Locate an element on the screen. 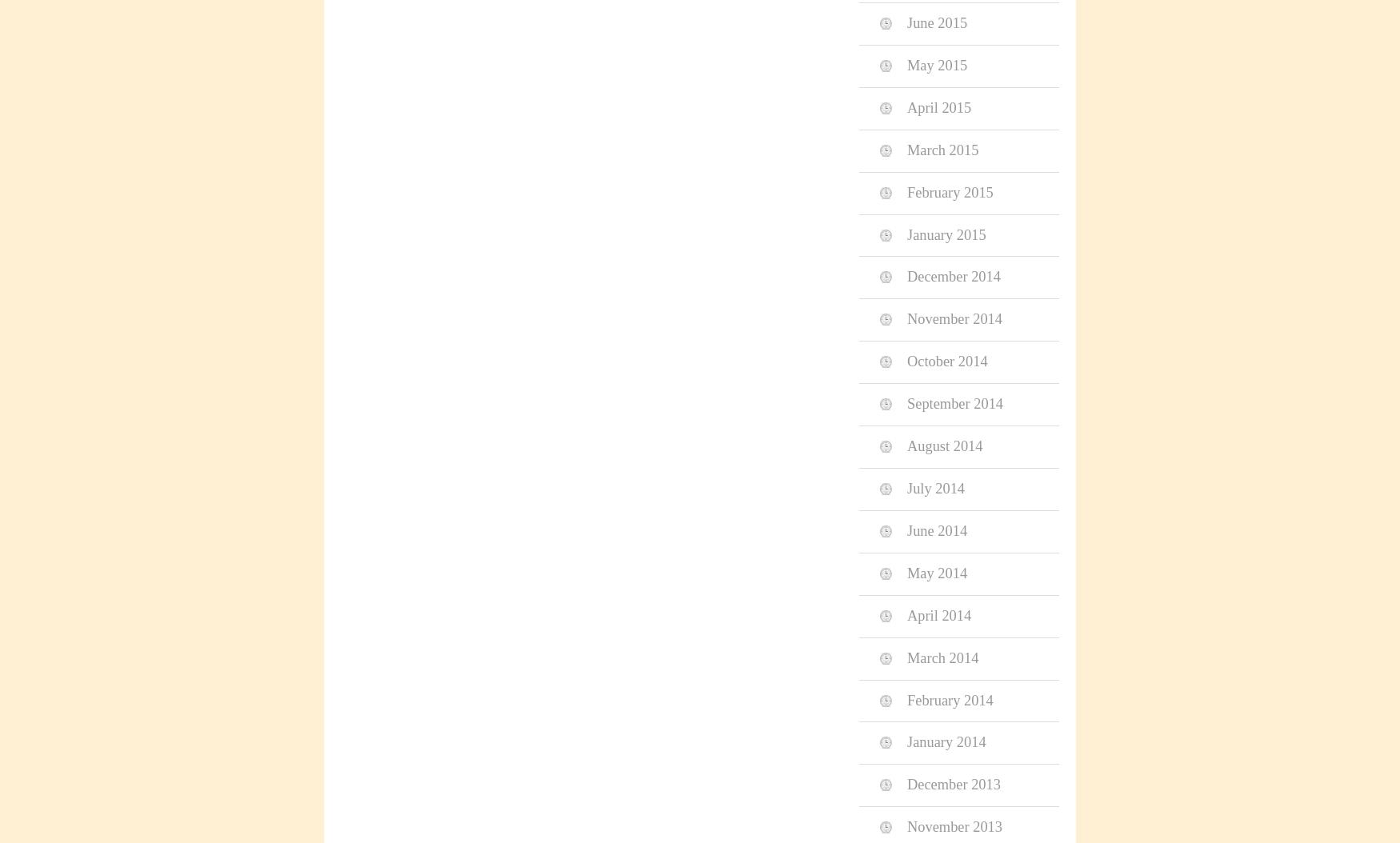 This screenshot has width=1400, height=843. 'December 2013' is located at coordinates (906, 784).